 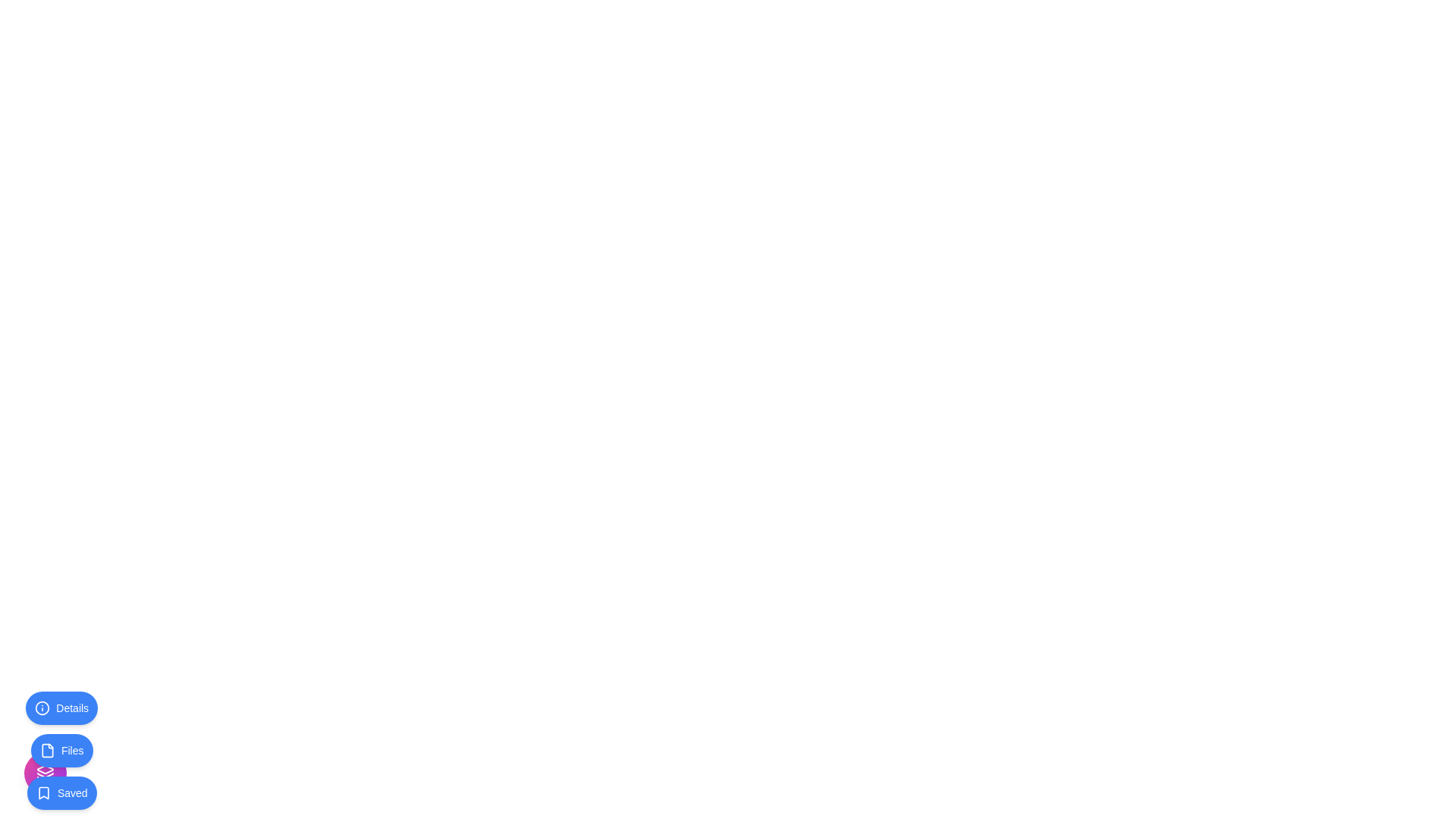 I want to click on the white information icon within the blue circular button labeled 'Details', so click(x=42, y=708).